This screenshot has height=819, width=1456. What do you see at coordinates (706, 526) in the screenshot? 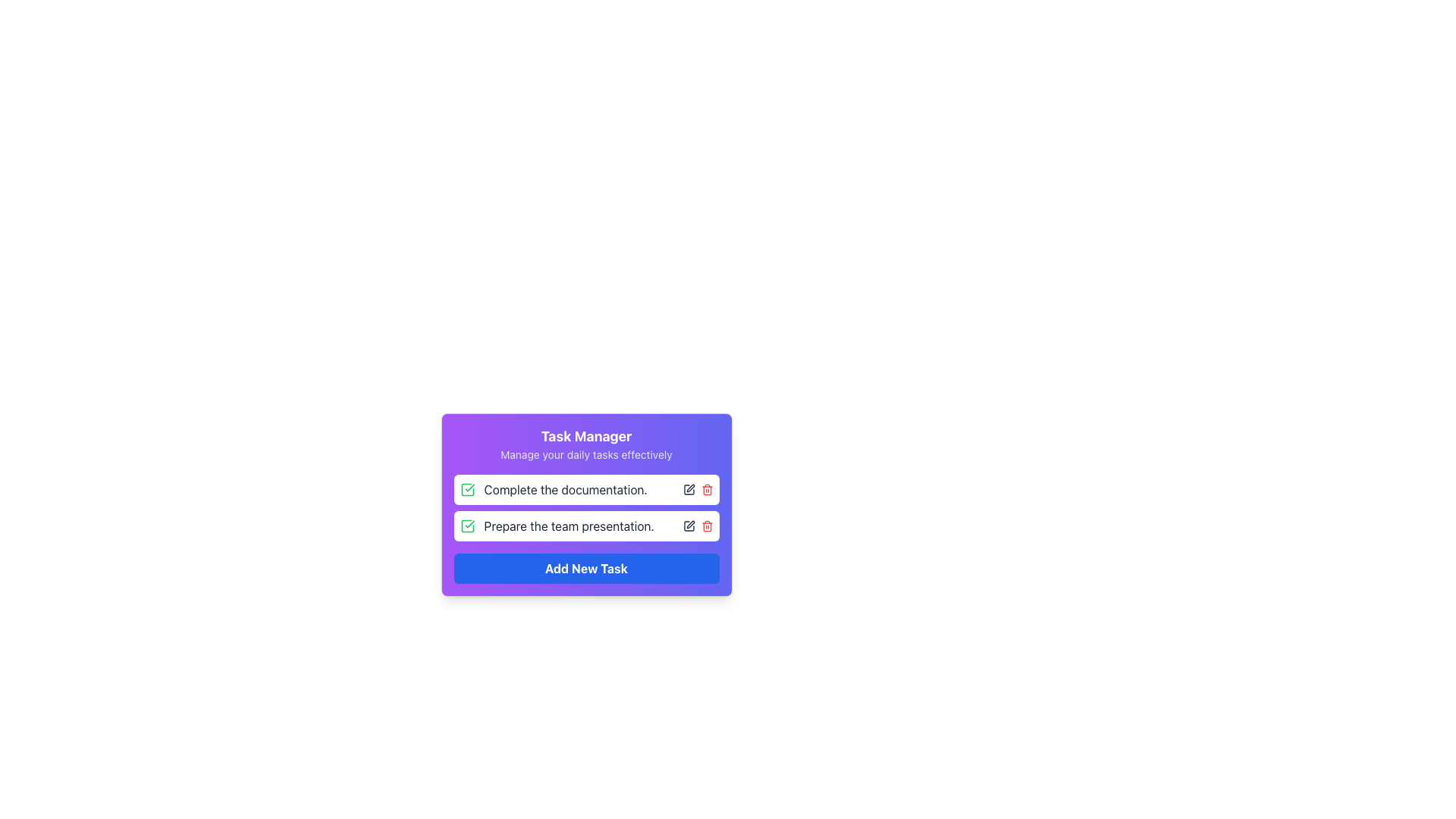
I see `the delete button, which is the second icon in the task actions row, located to the extreme right of the task row, adjacent to the edit icon` at bounding box center [706, 526].